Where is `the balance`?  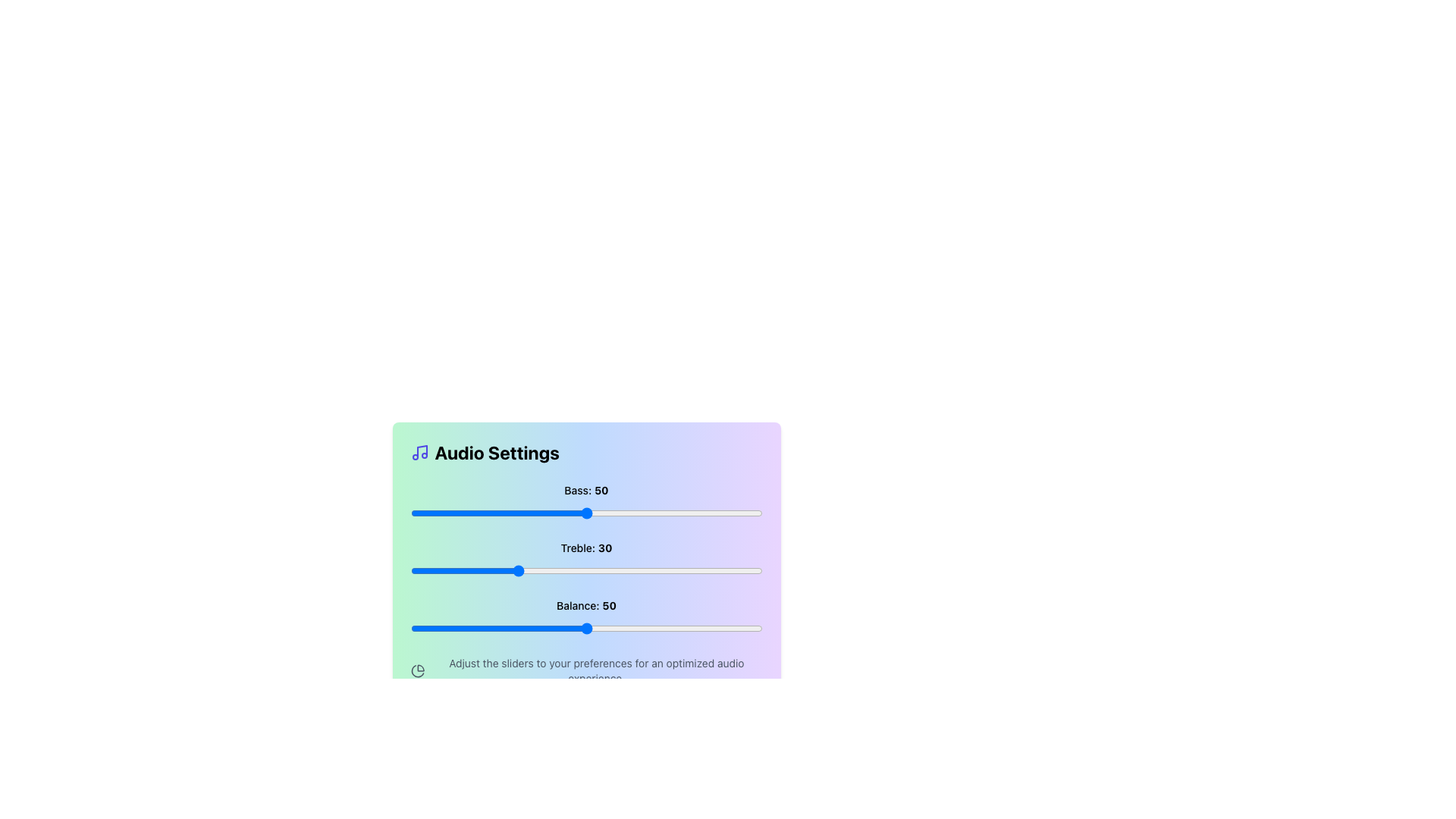 the balance is located at coordinates (639, 629).